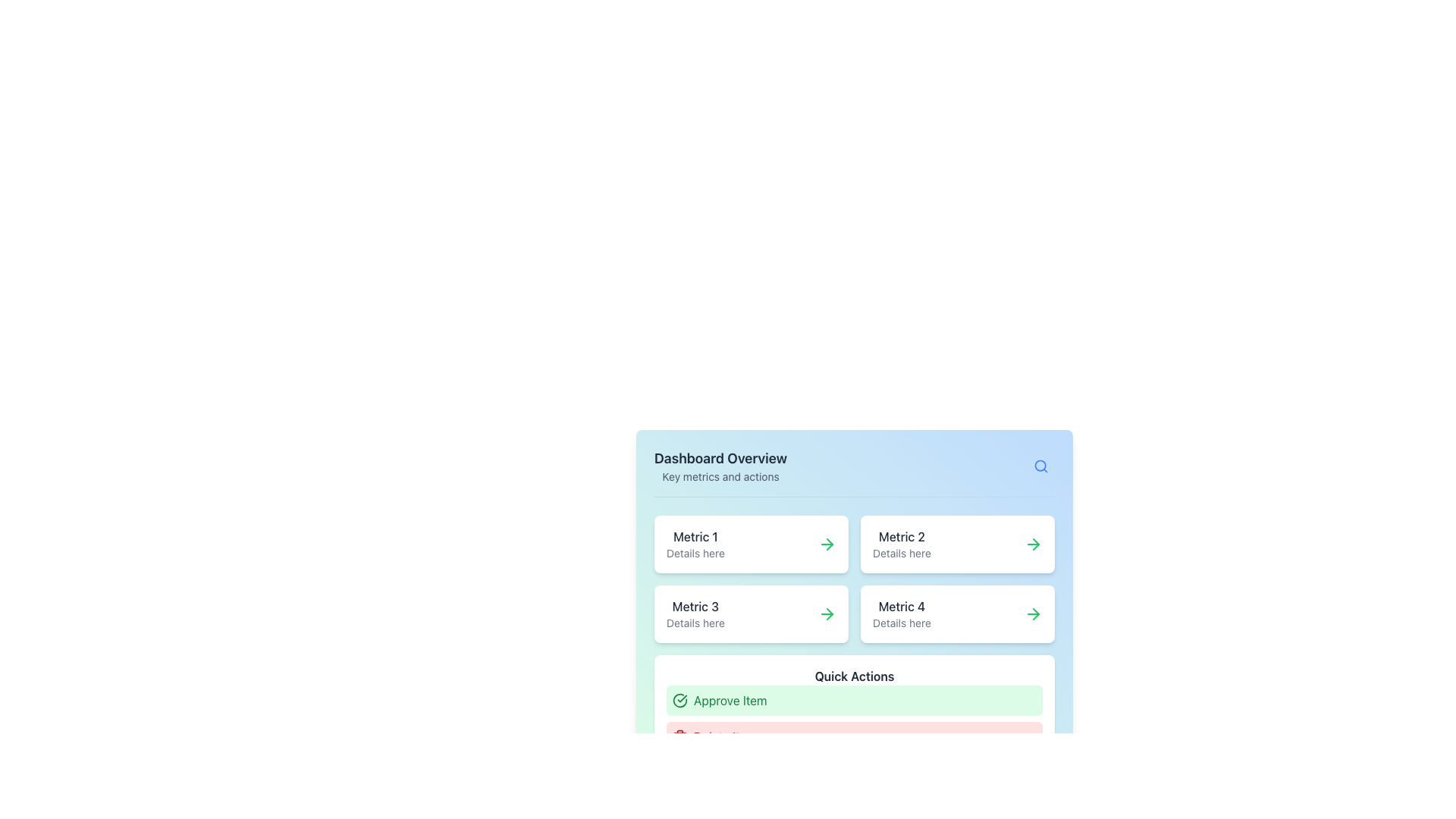 Image resolution: width=1456 pixels, height=819 pixels. Describe the element at coordinates (826, 614) in the screenshot. I see `the small green rightward arrow icon located at the end of the 'Metric 3' card in the dashboard layout` at that location.